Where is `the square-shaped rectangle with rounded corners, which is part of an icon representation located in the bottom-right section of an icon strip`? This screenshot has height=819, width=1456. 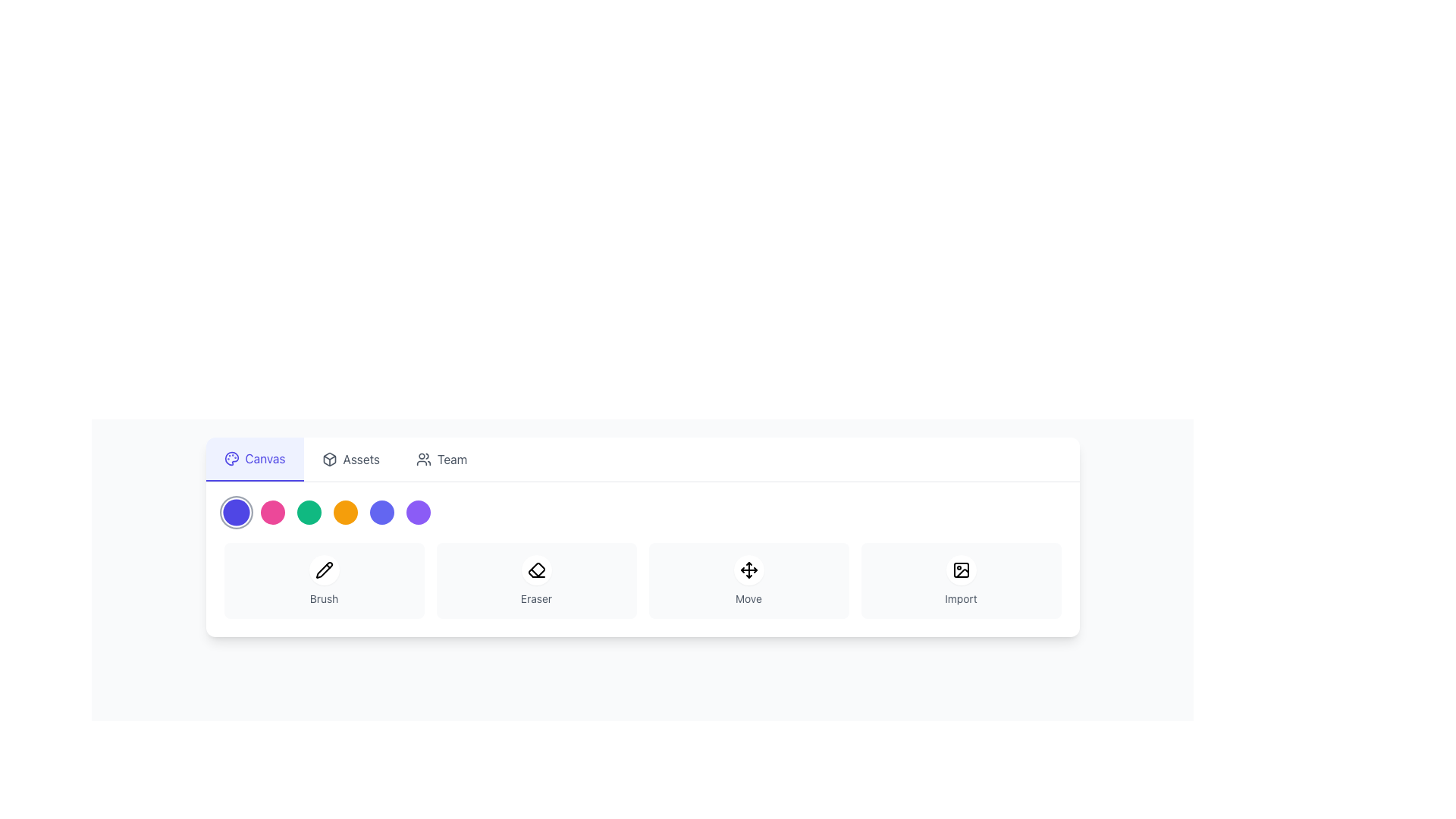
the square-shaped rectangle with rounded corners, which is part of an icon representation located in the bottom-right section of an icon strip is located at coordinates (960, 570).